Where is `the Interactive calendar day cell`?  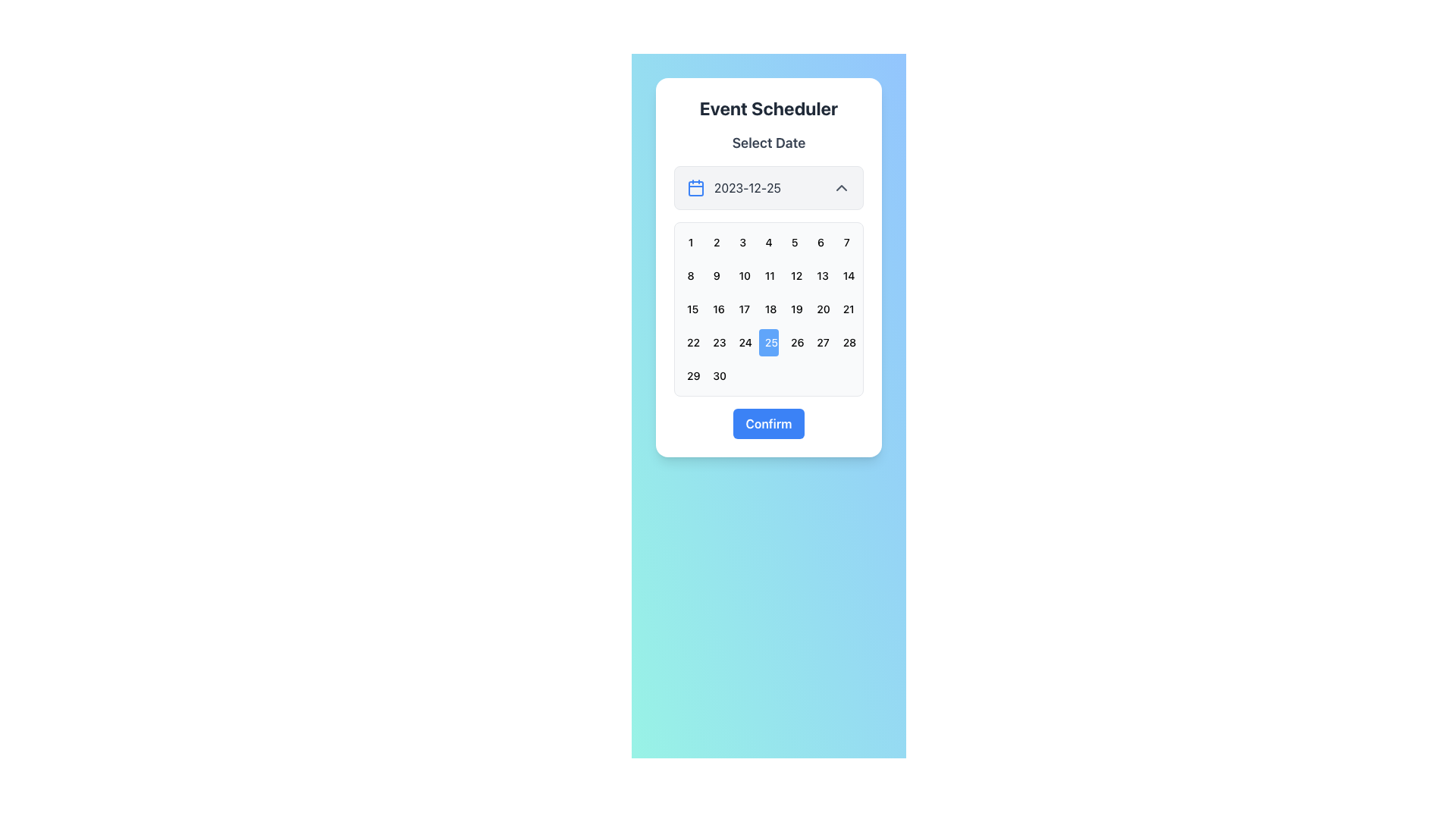 the Interactive calendar day cell is located at coordinates (794, 275).